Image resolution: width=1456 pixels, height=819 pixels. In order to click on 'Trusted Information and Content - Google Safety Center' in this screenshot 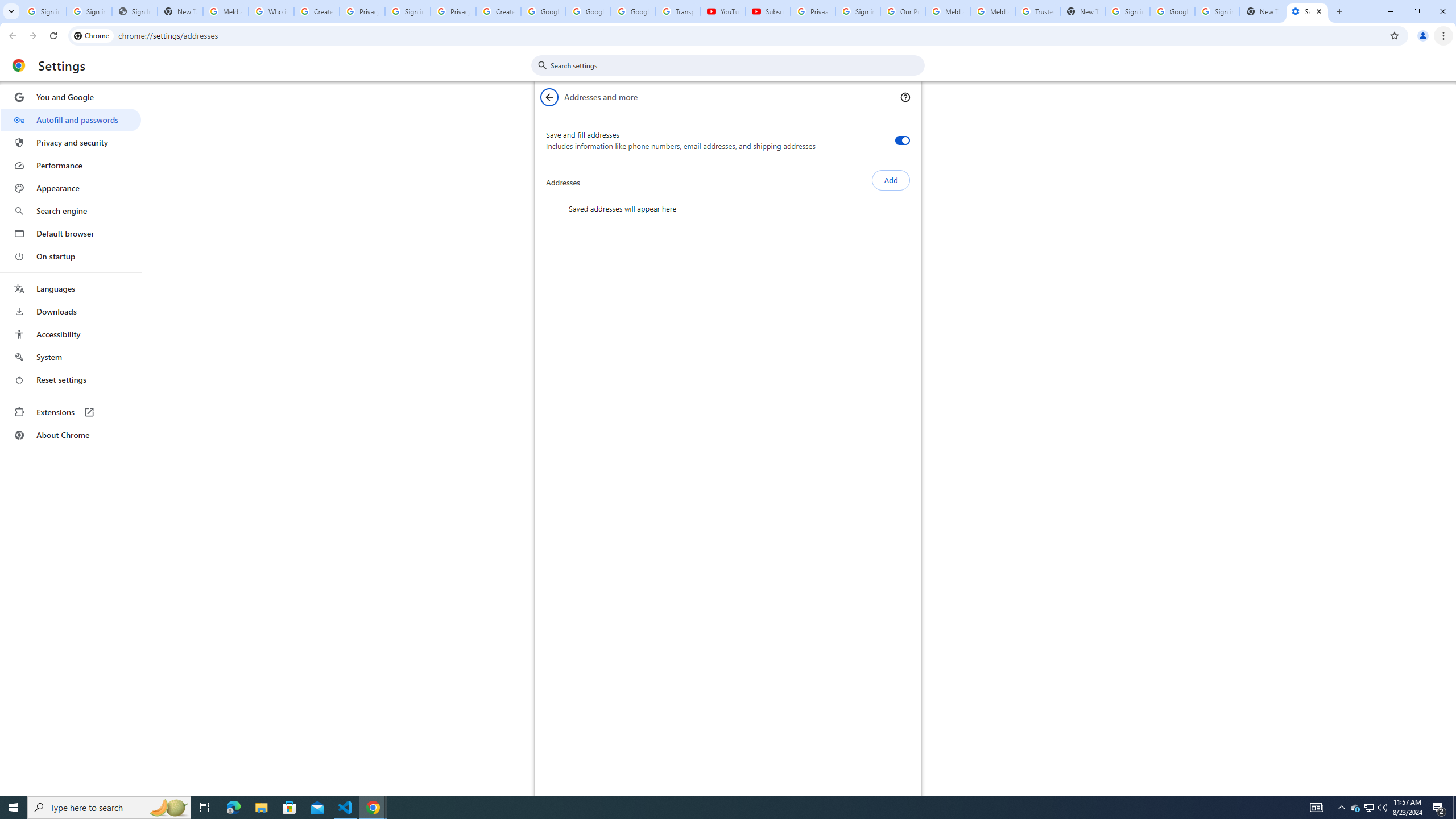, I will do `click(1038, 11)`.